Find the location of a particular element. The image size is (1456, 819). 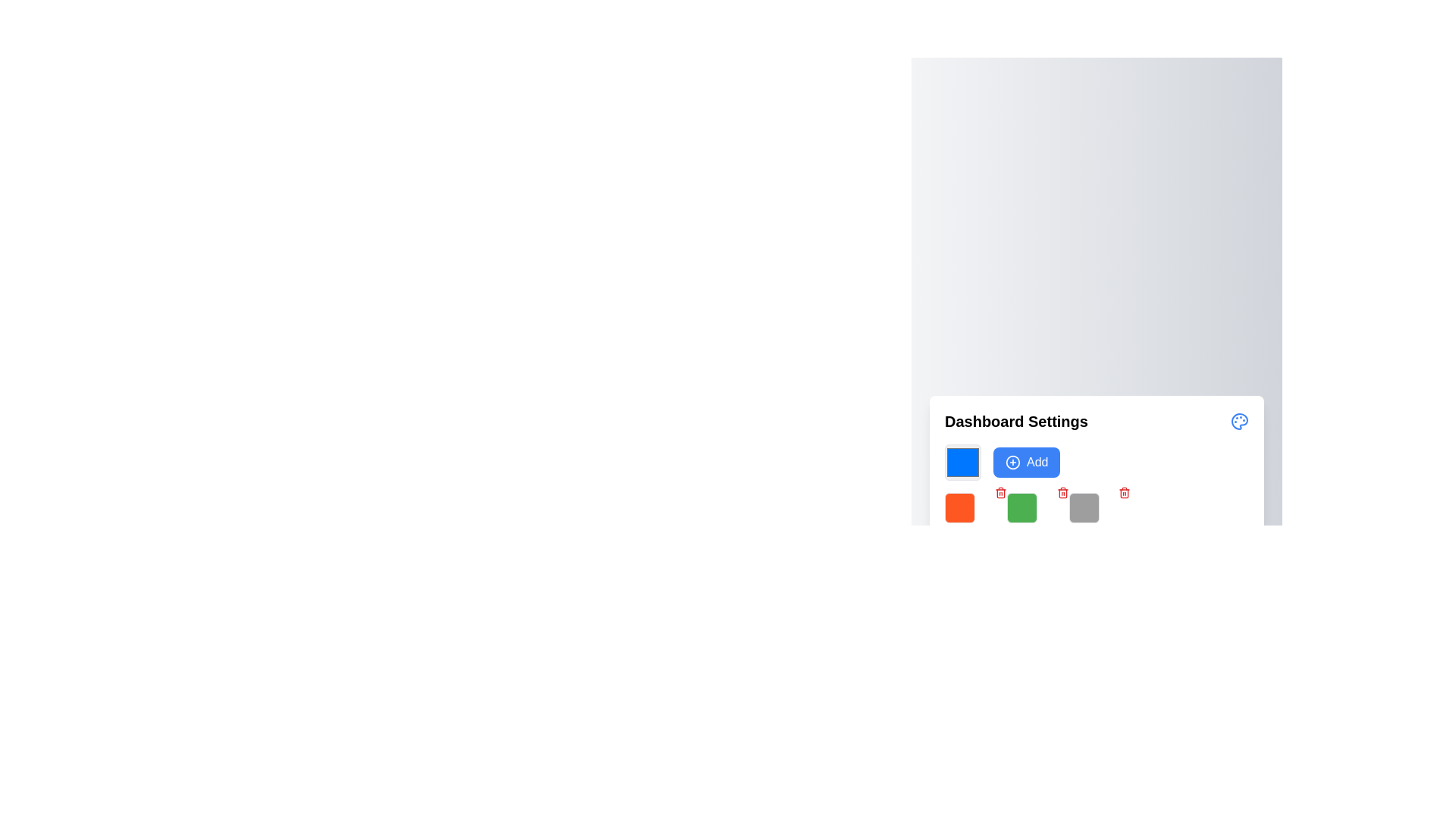

the Text Header element that serves as a title for the dashboard settings is located at coordinates (1016, 421).